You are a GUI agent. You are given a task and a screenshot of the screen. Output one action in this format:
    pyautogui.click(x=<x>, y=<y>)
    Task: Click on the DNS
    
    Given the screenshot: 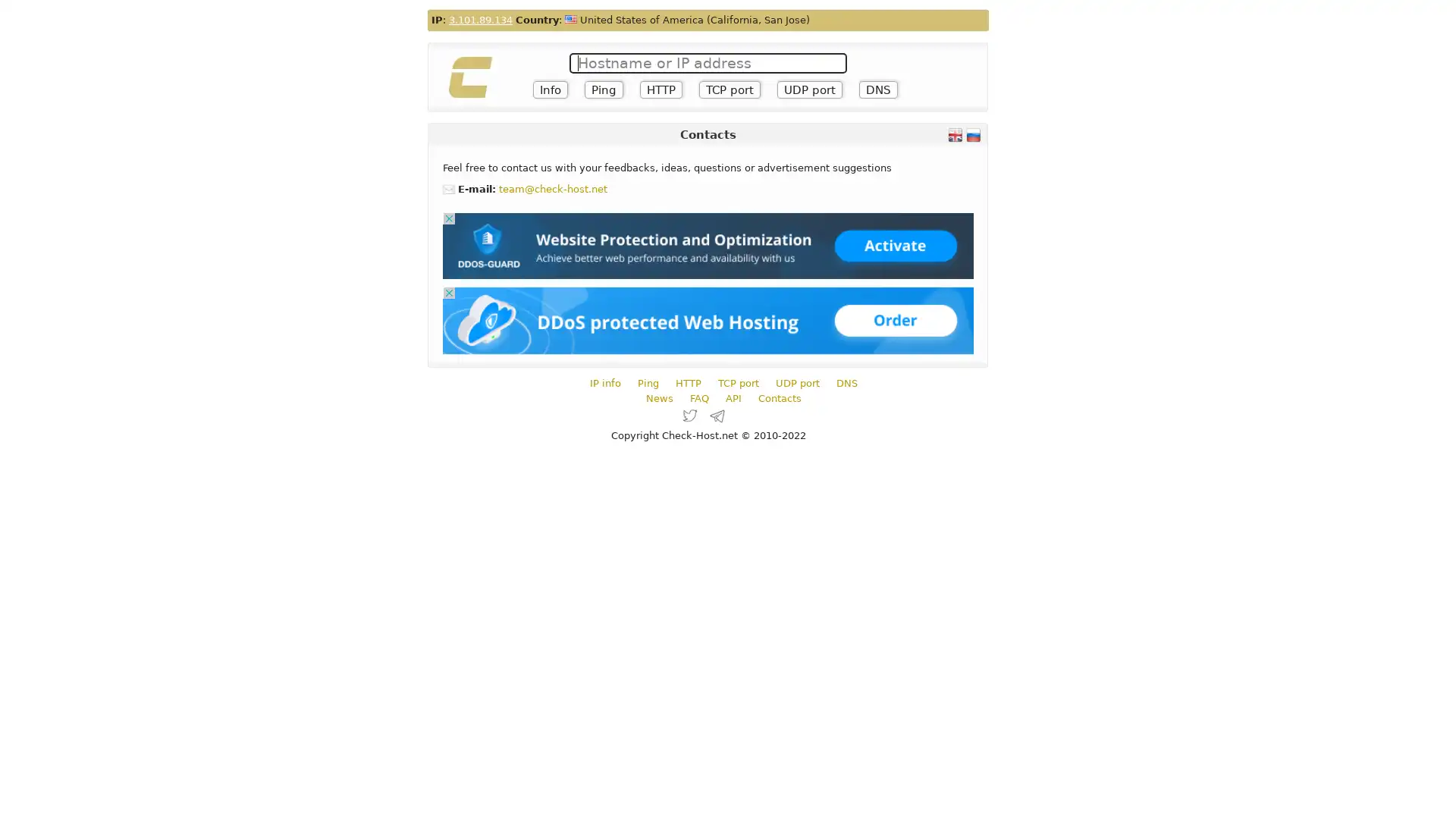 What is the action you would take?
    pyautogui.click(x=877, y=89)
    